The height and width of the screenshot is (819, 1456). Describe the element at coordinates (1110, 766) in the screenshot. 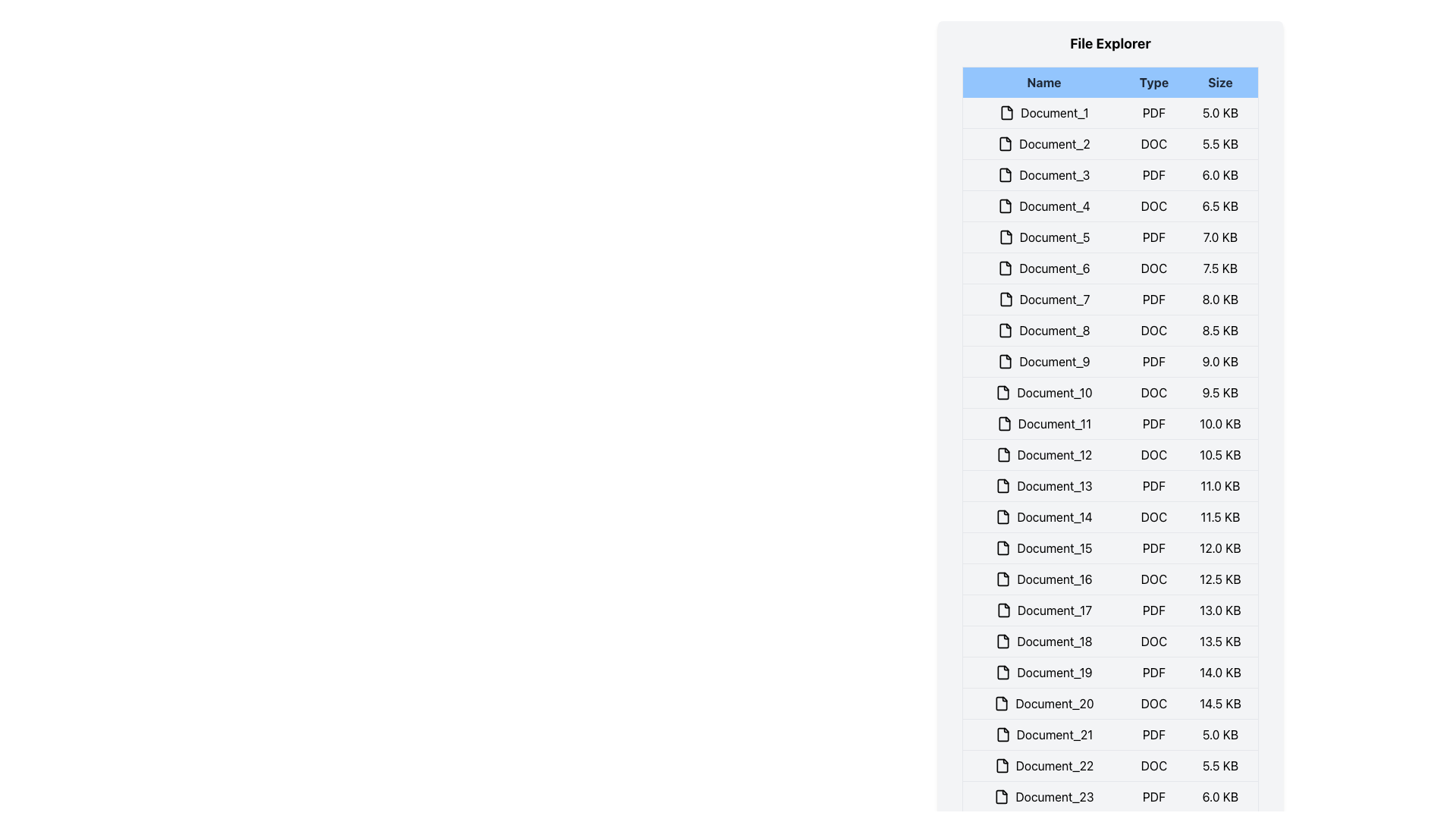

I see `the document entry labeled 'Document_22' in the file explorer` at that location.